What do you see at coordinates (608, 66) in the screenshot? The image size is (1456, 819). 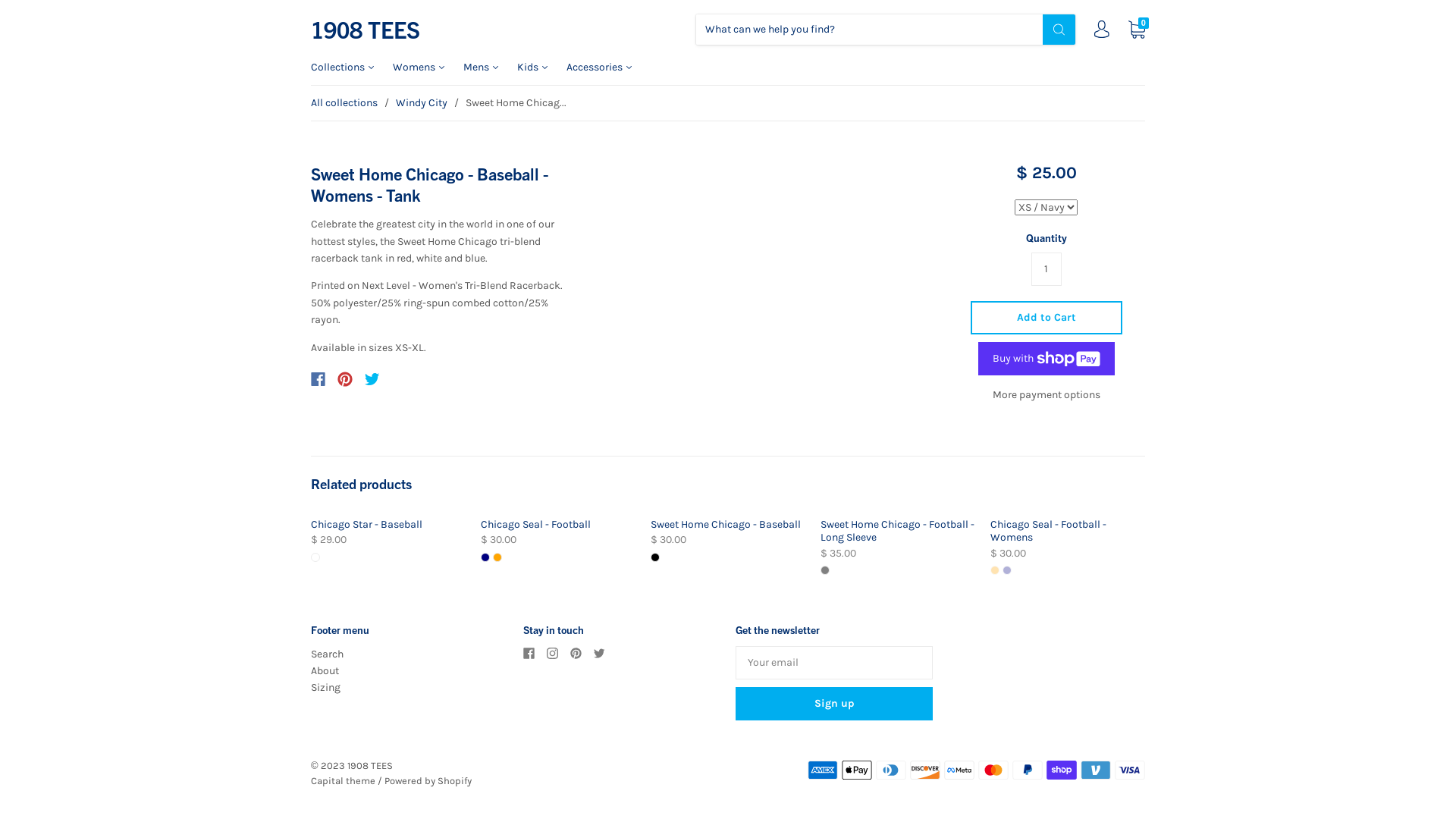 I see `'Accessories'` at bounding box center [608, 66].